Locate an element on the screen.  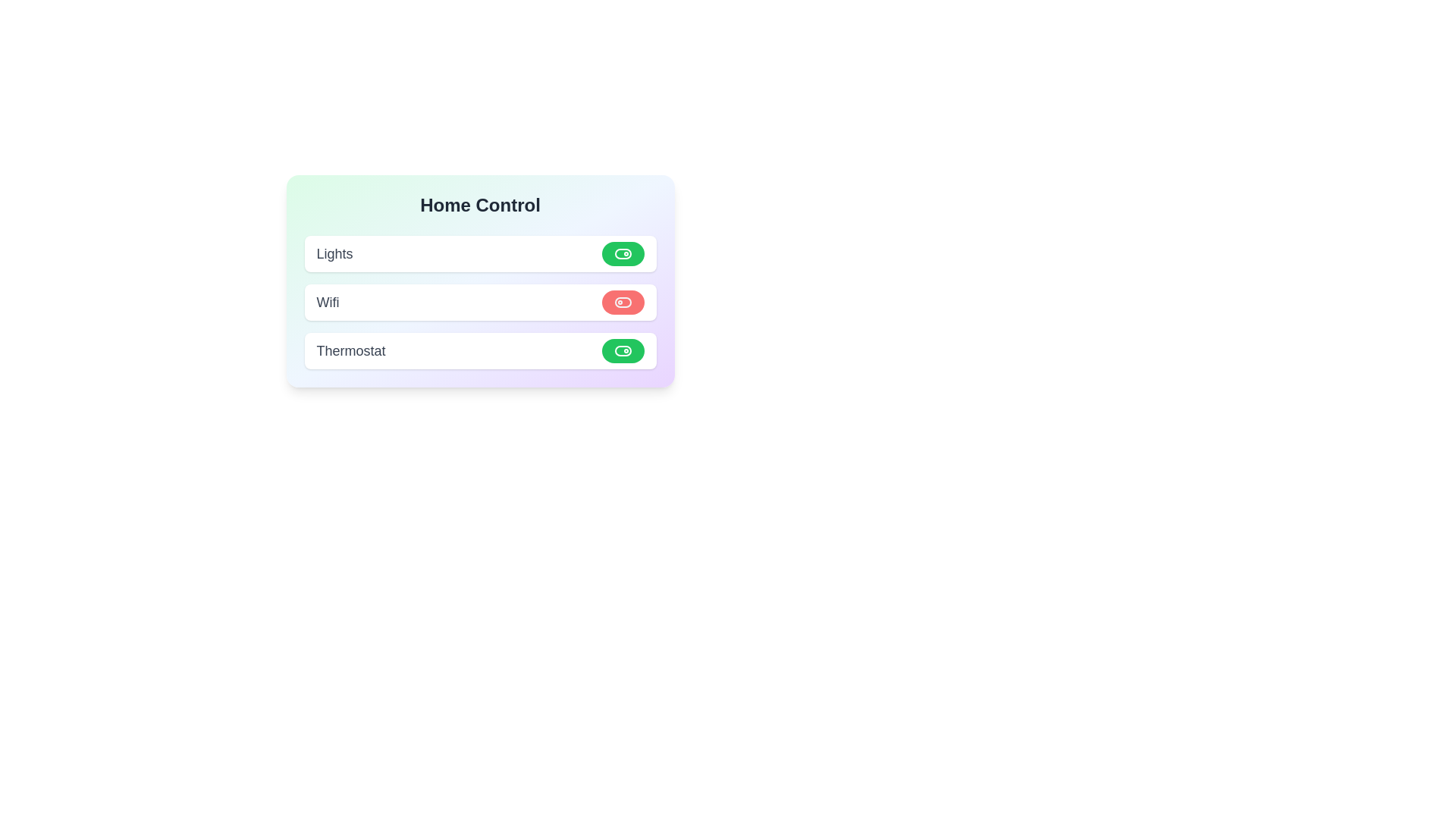
the 'Lights' card with toggle button is located at coordinates (479, 253).